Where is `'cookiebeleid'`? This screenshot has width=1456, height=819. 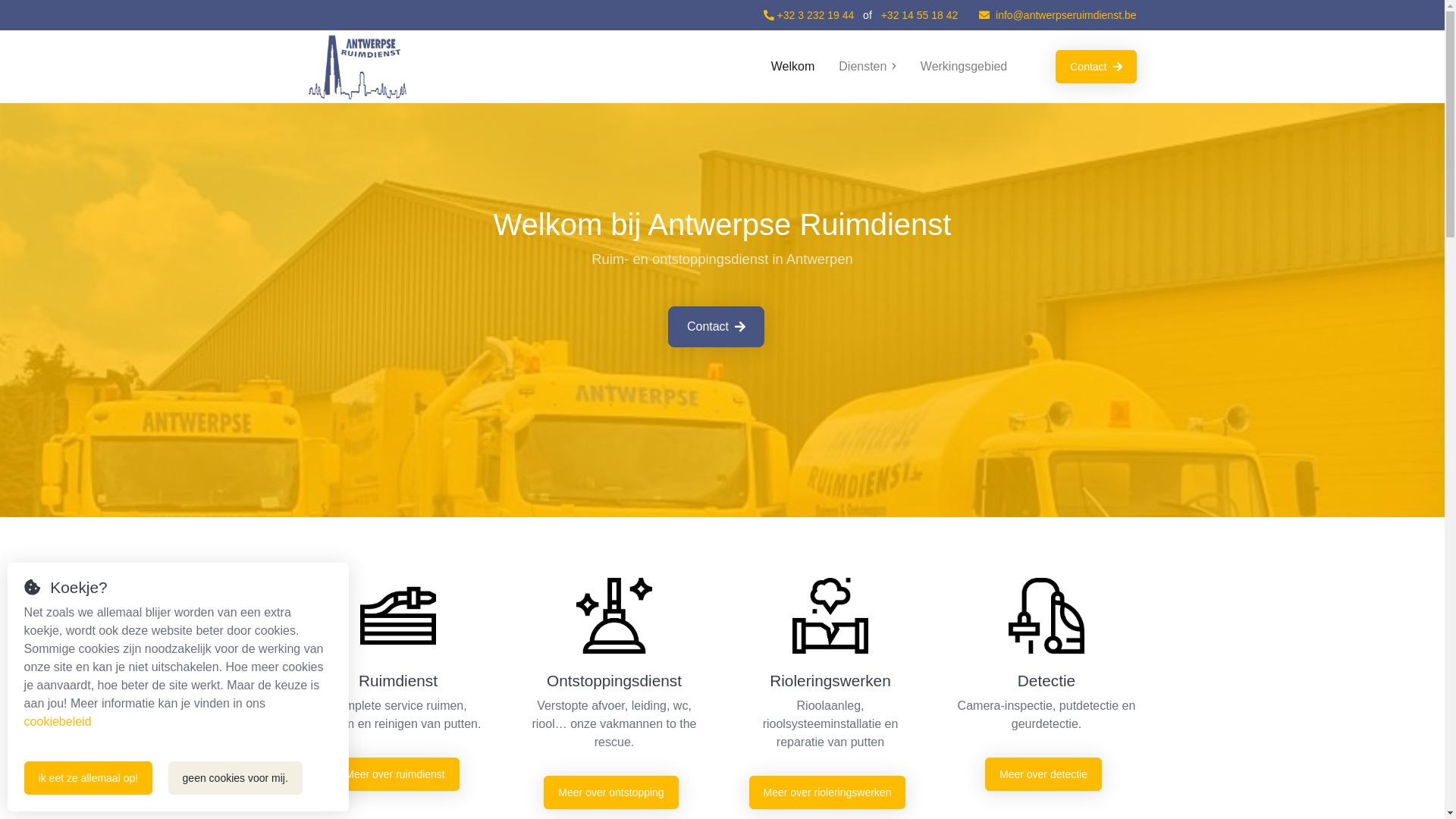
'cookiebeleid' is located at coordinates (58, 720).